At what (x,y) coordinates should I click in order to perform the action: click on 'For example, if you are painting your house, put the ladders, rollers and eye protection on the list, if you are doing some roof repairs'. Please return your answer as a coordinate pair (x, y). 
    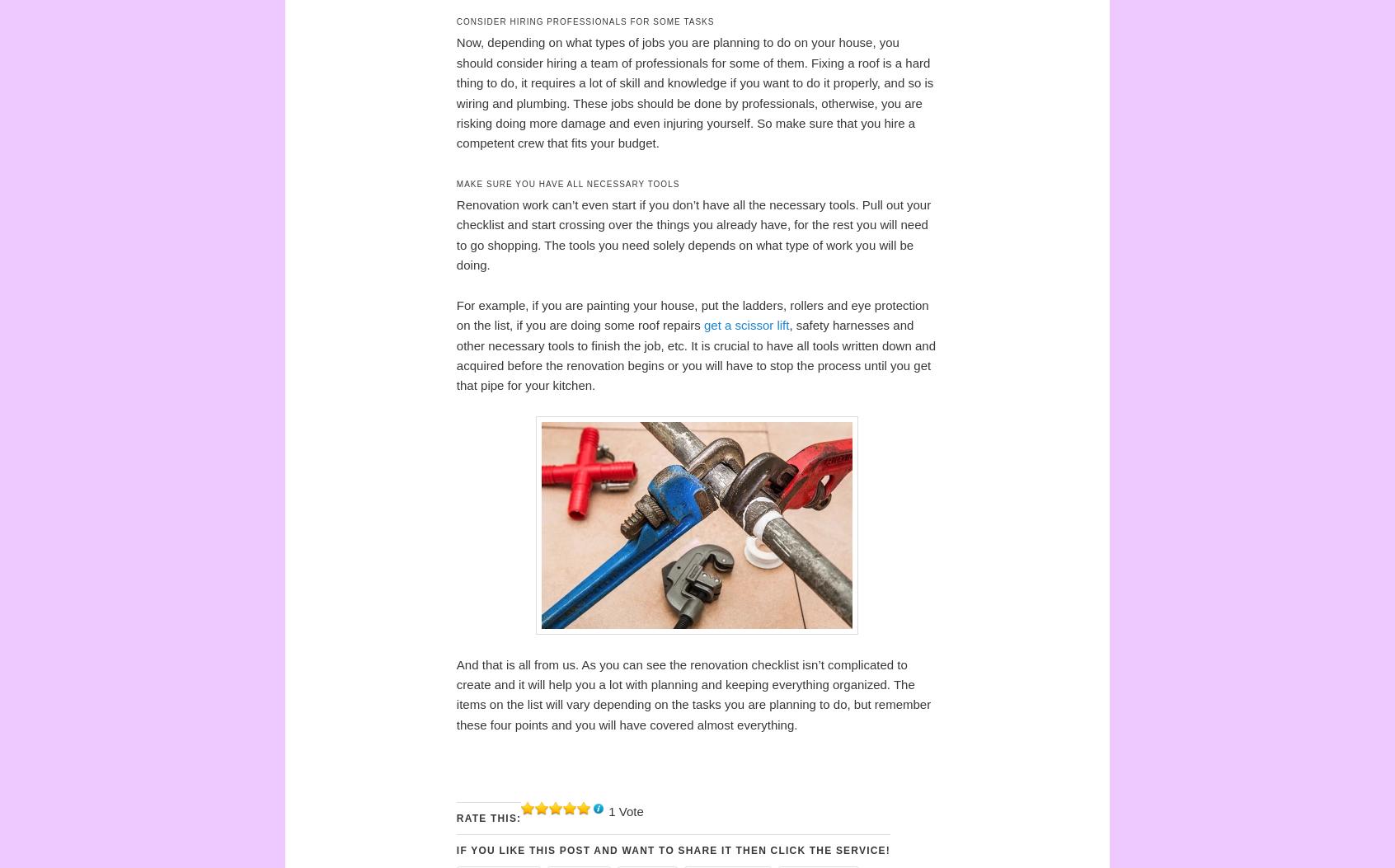
    Looking at the image, I should click on (692, 314).